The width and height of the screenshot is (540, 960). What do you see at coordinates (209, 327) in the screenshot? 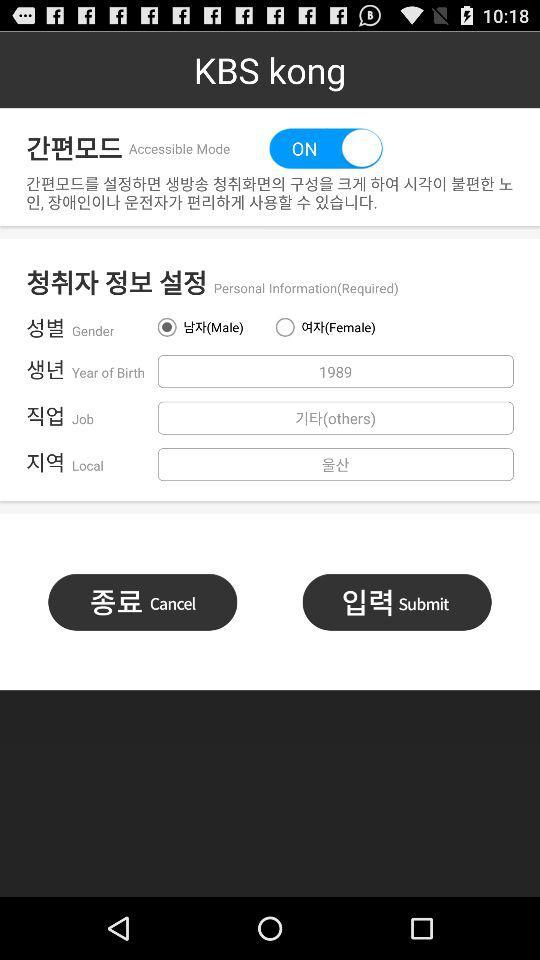
I see `app to the right of the gender app` at bounding box center [209, 327].